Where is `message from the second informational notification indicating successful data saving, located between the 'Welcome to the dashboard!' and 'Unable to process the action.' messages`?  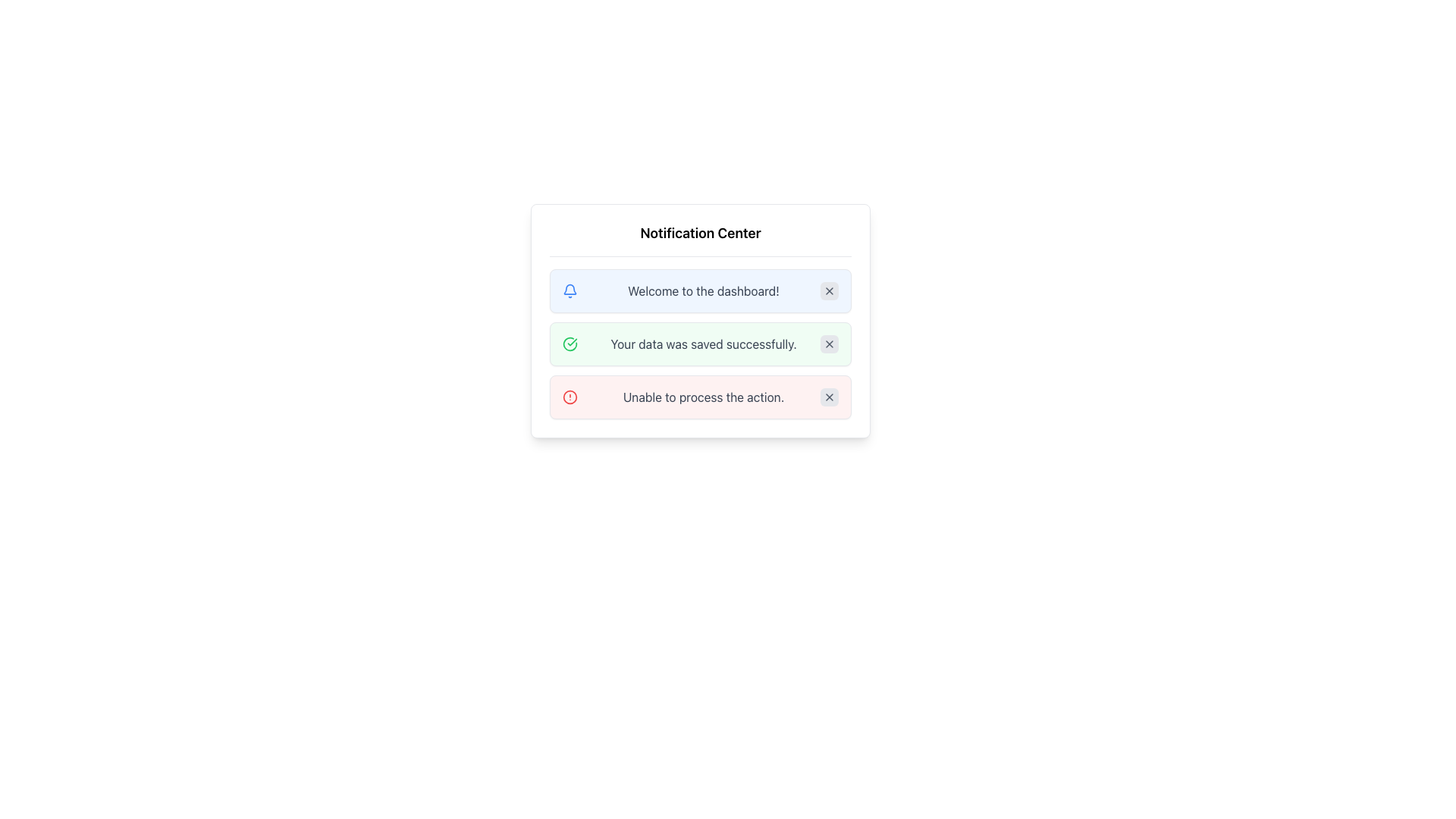 message from the second informational notification indicating successful data saving, located between the 'Welcome to the dashboard!' and 'Unable to process the action.' messages is located at coordinates (700, 344).